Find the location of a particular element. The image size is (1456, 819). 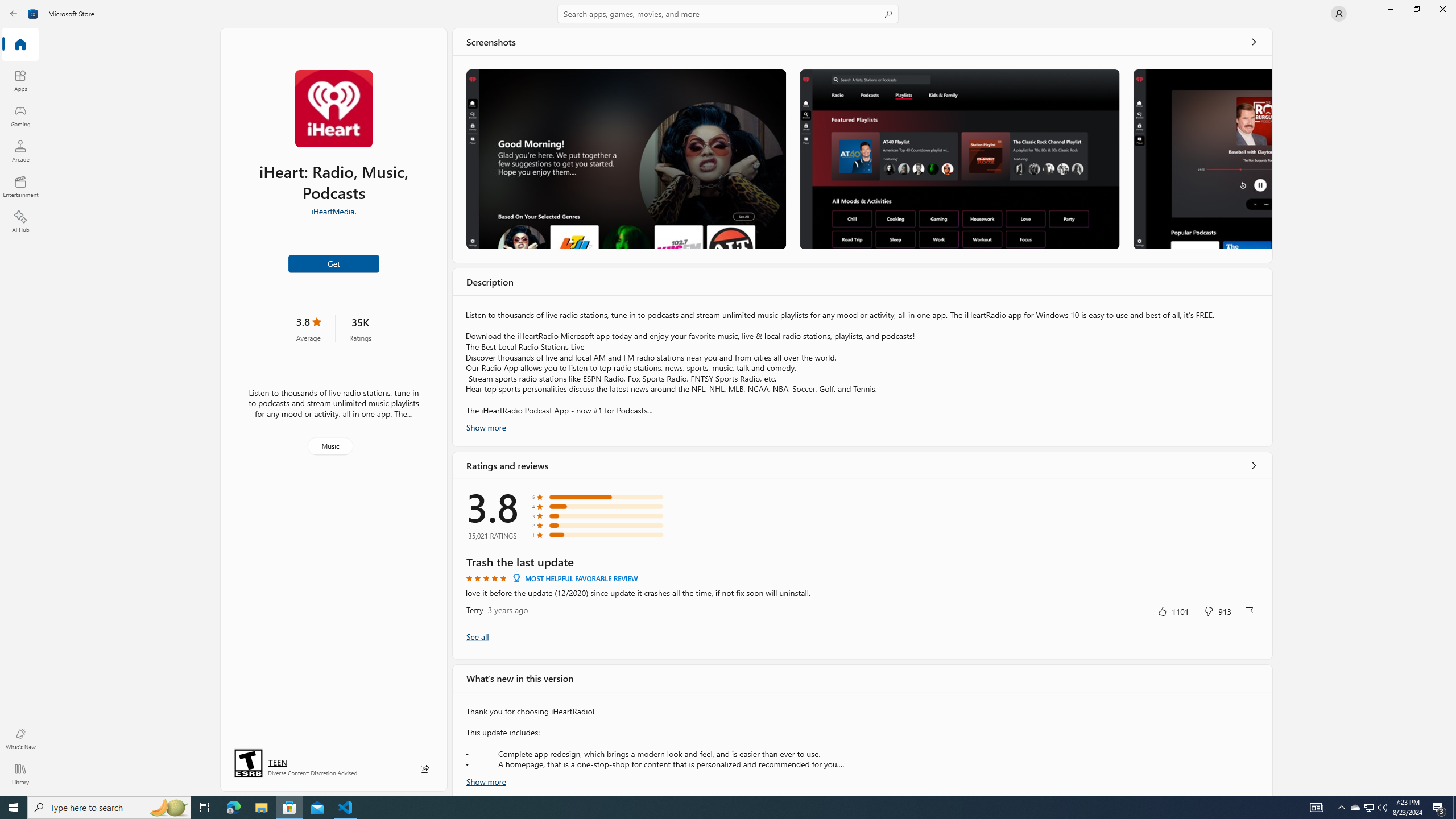

'Age rating: TEEN. Click for more information.' is located at coordinates (276, 762).